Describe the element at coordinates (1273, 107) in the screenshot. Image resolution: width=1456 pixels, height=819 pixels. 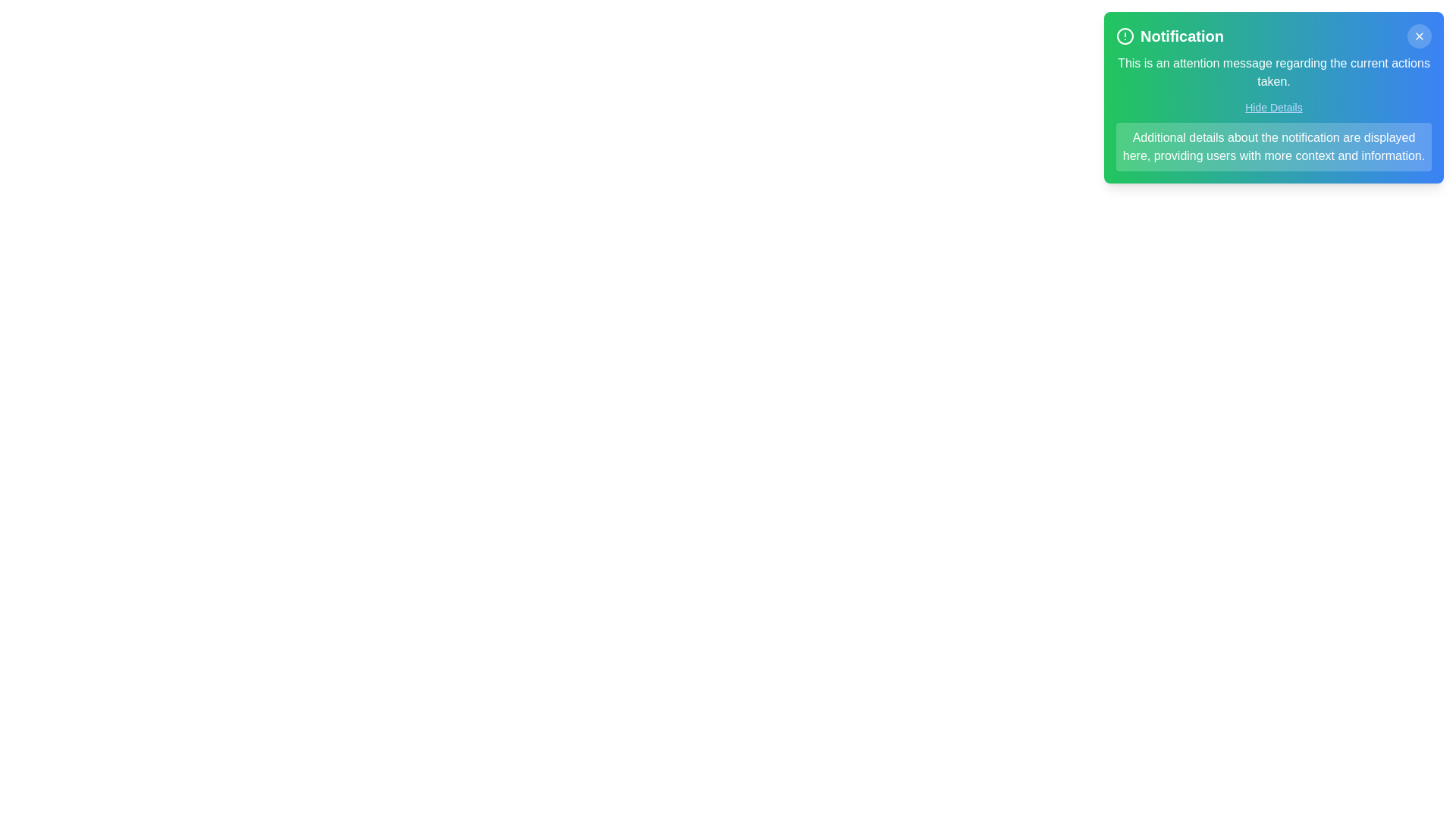
I see `the 'Hide Details' button to toggle the visibility of the detailed information` at that location.